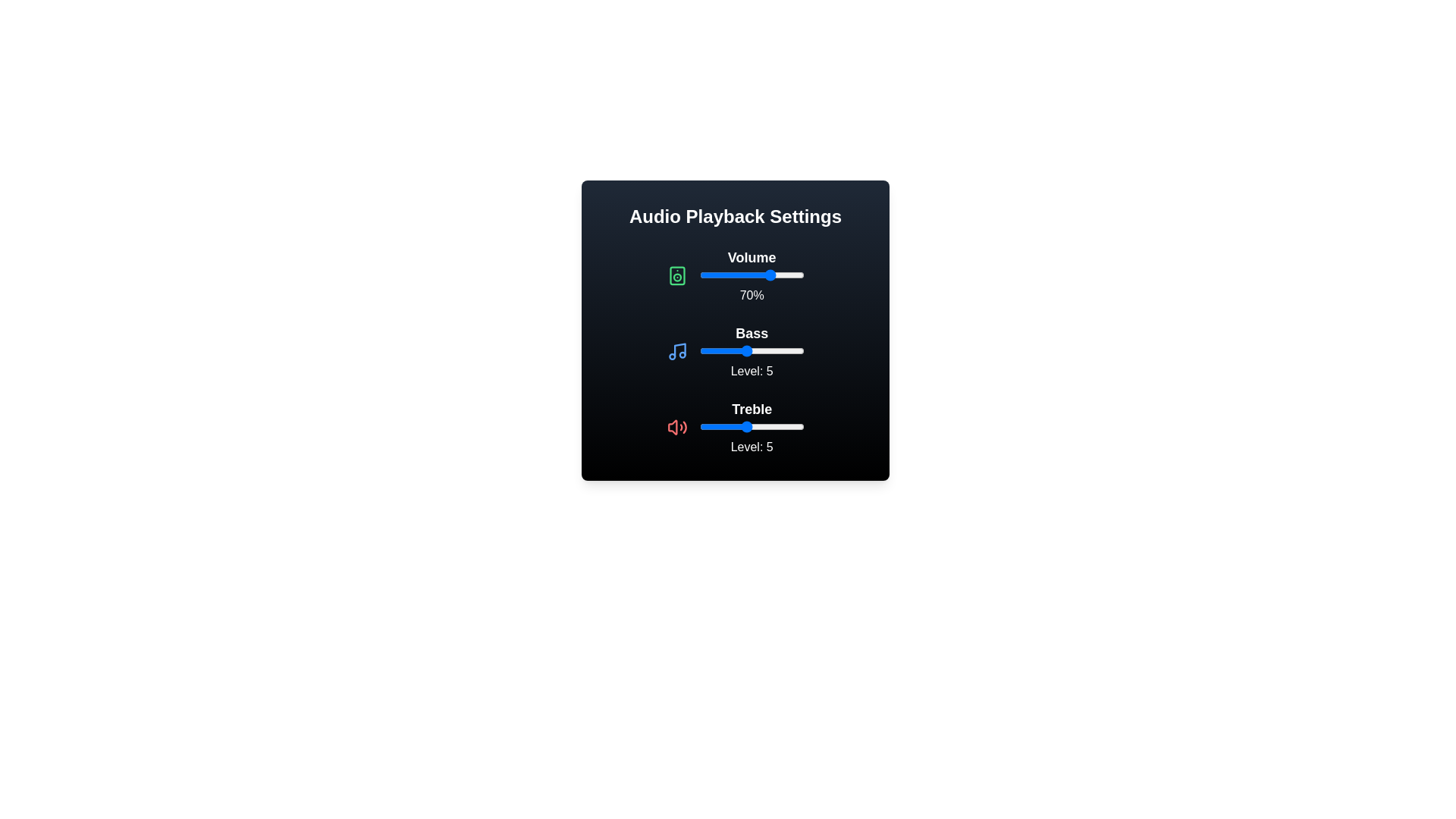 Image resolution: width=1456 pixels, height=819 pixels. What do you see at coordinates (722, 427) in the screenshot?
I see `the treble level` at bounding box center [722, 427].